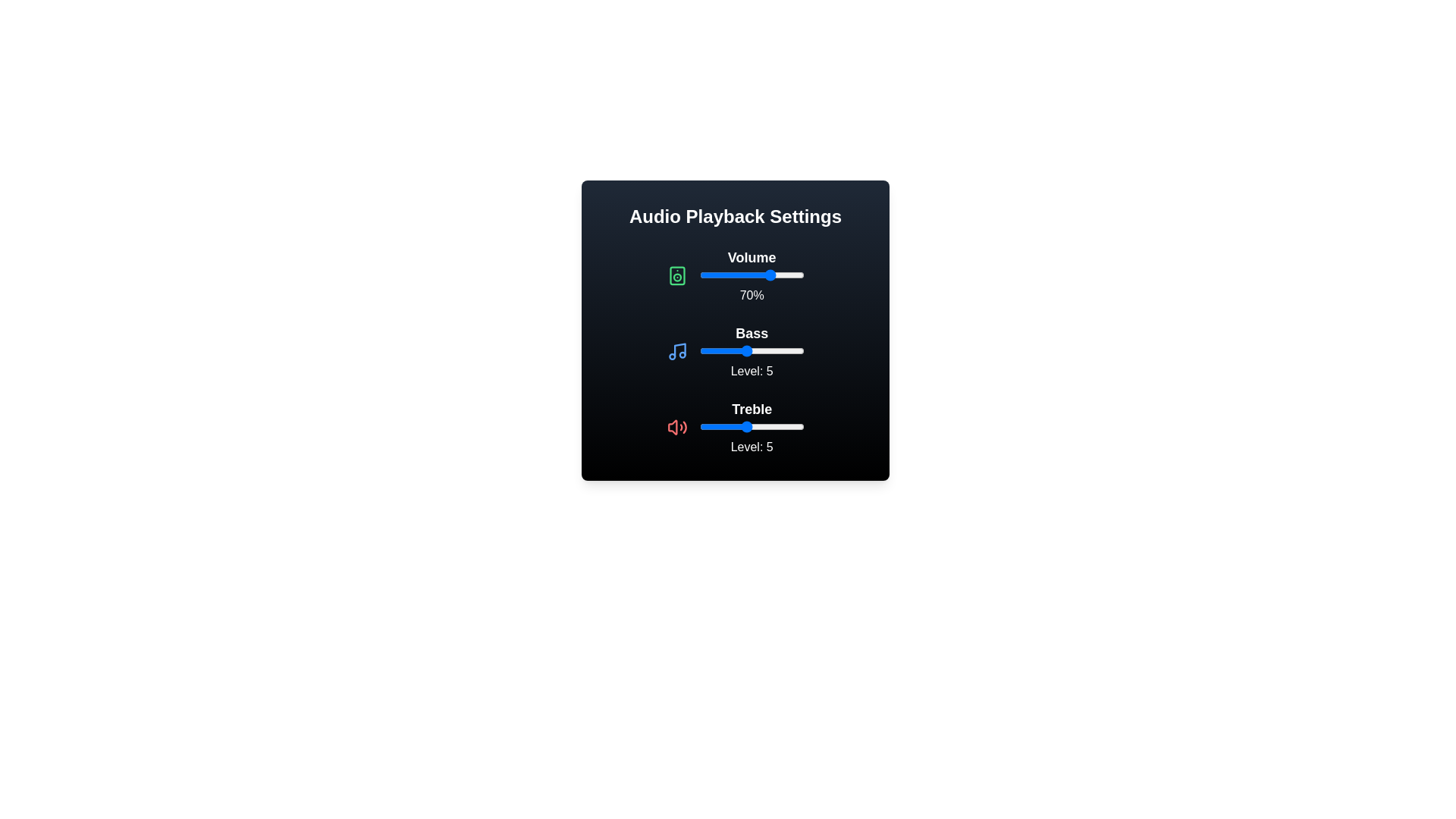 Image resolution: width=1456 pixels, height=819 pixels. What do you see at coordinates (722, 427) in the screenshot?
I see `the treble level` at bounding box center [722, 427].